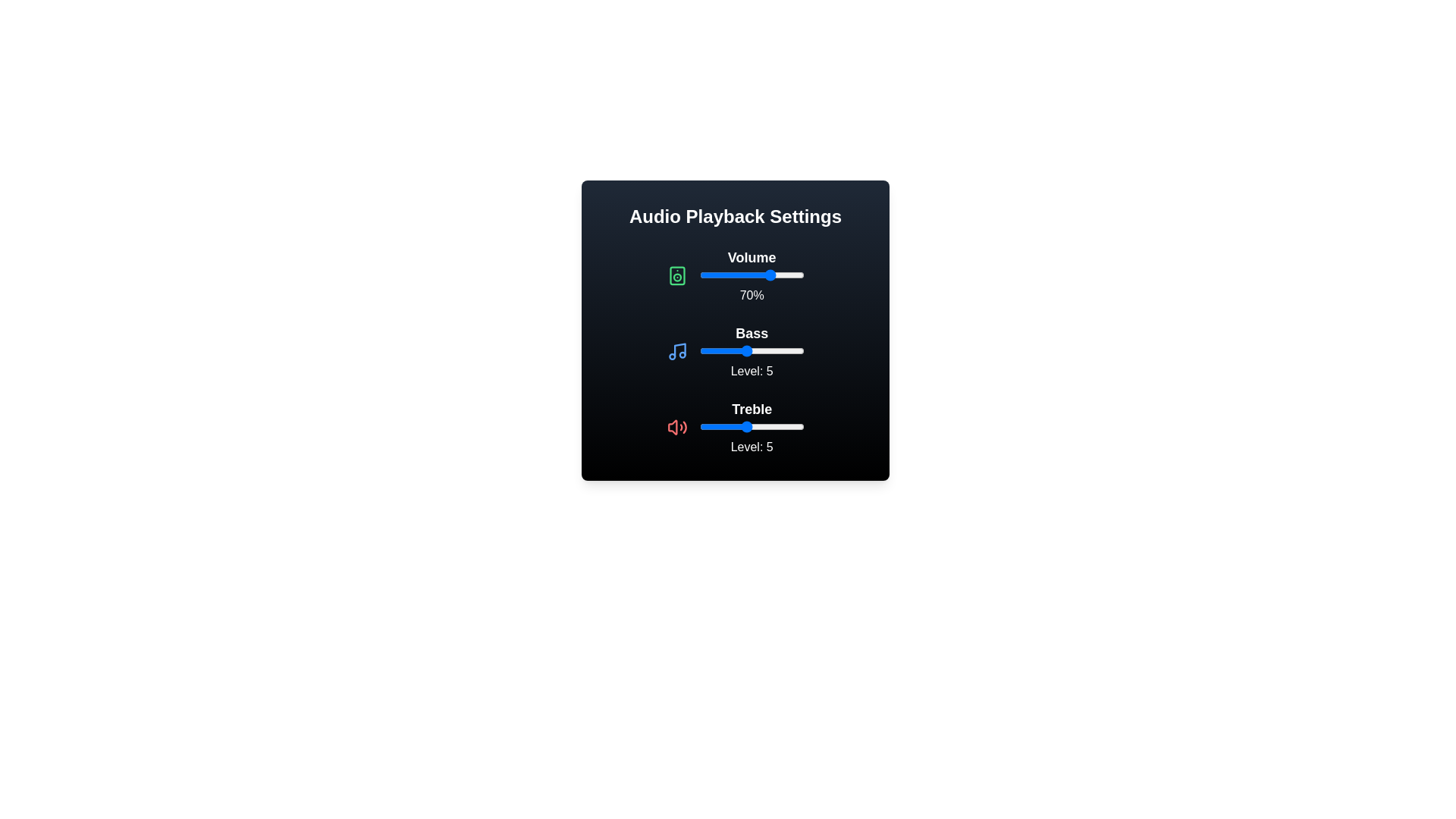 Image resolution: width=1456 pixels, height=819 pixels. What do you see at coordinates (722, 427) in the screenshot?
I see `the treble level` at bounding box center [722, 427].